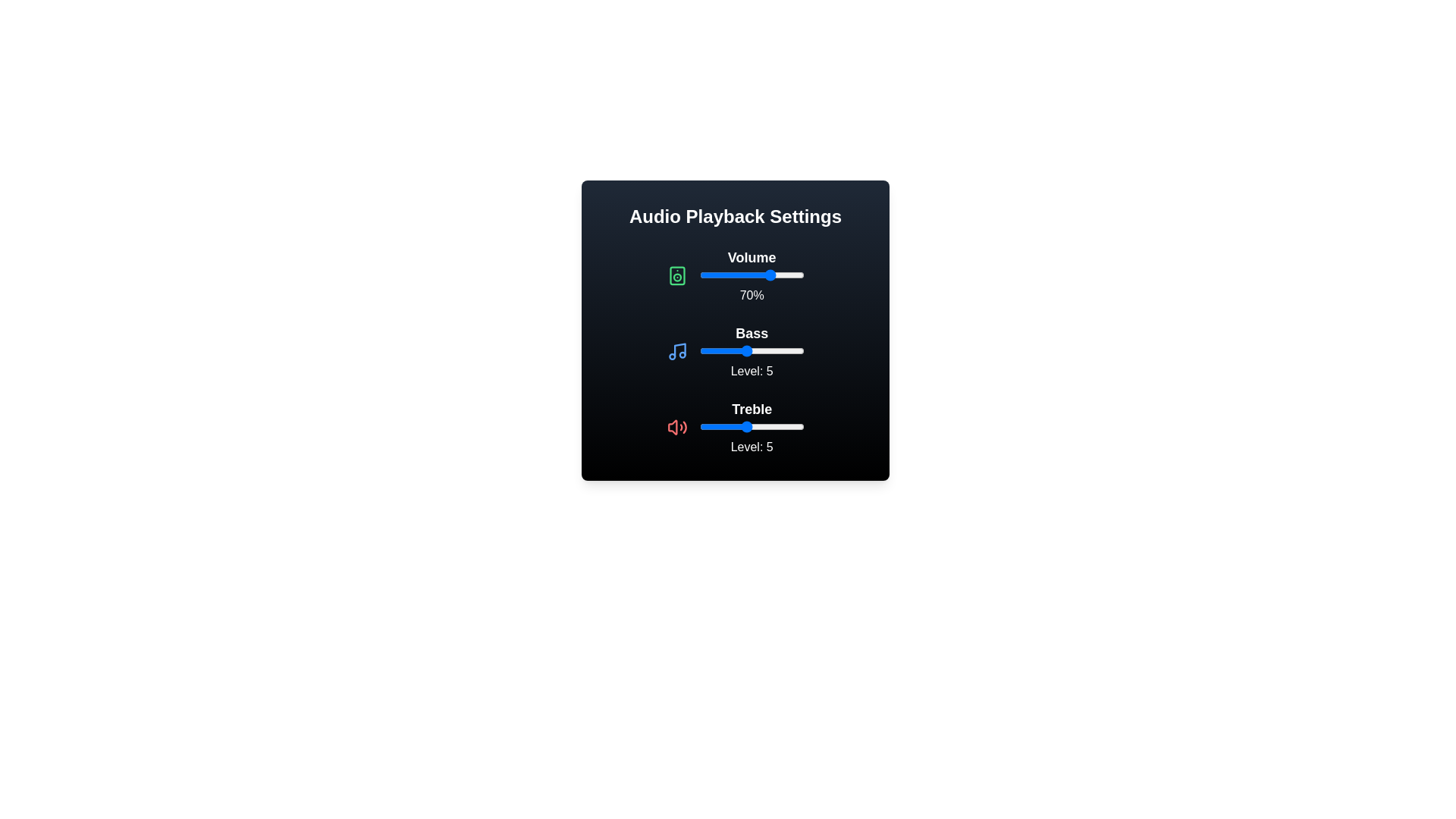 Image resolution: width=1456 pixels, height=819 pixels. What do you see at coordinates (722, 427) in the screenshot?
I see `the treble level` at bounding box center [722, 427].